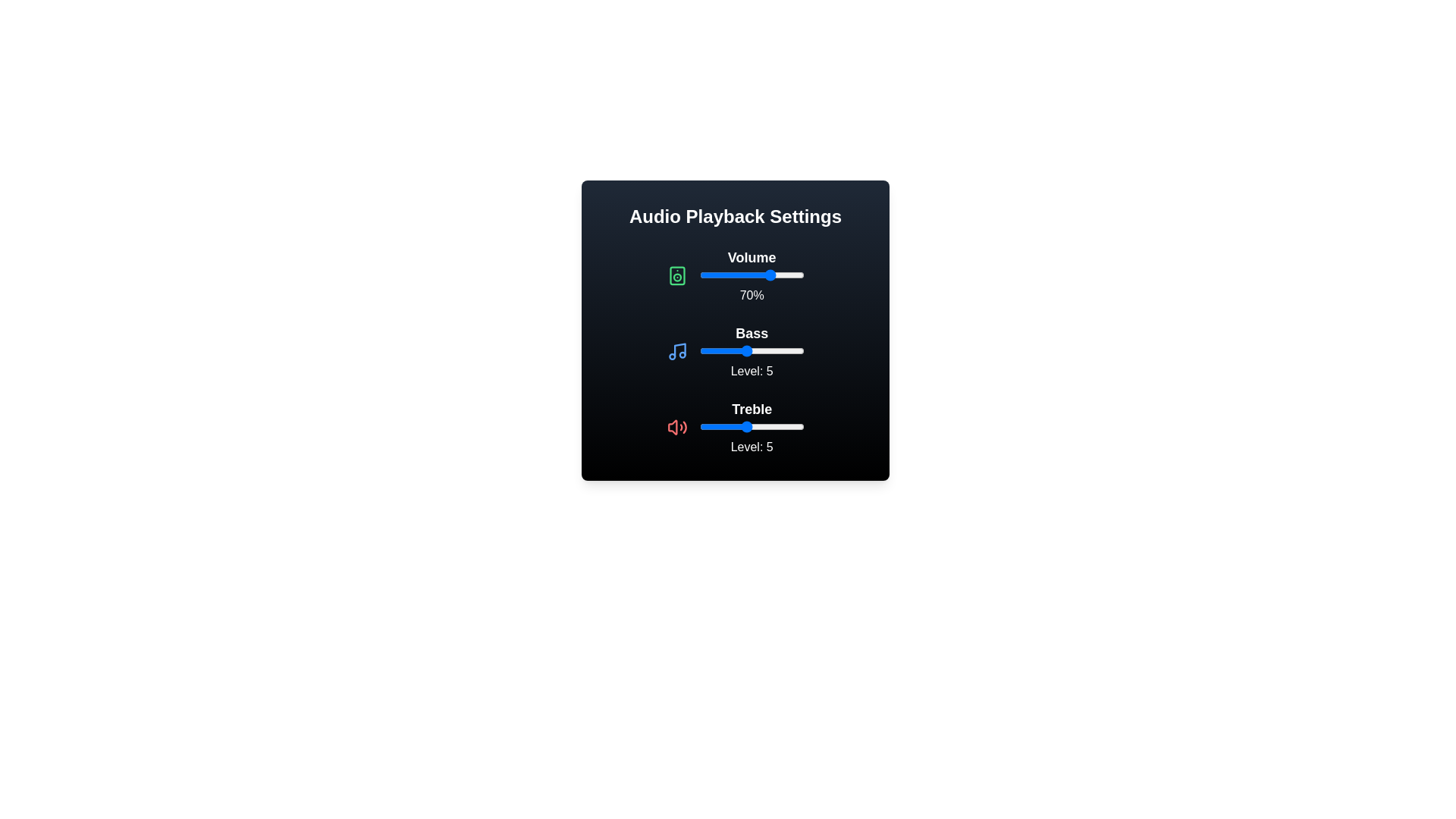 Image resolution: width=1456 pixels, height=819 pixels. What do you see at coordinates (722, 427) in the screenshot?
I see `the treble level` at bounding box center [722, 427].